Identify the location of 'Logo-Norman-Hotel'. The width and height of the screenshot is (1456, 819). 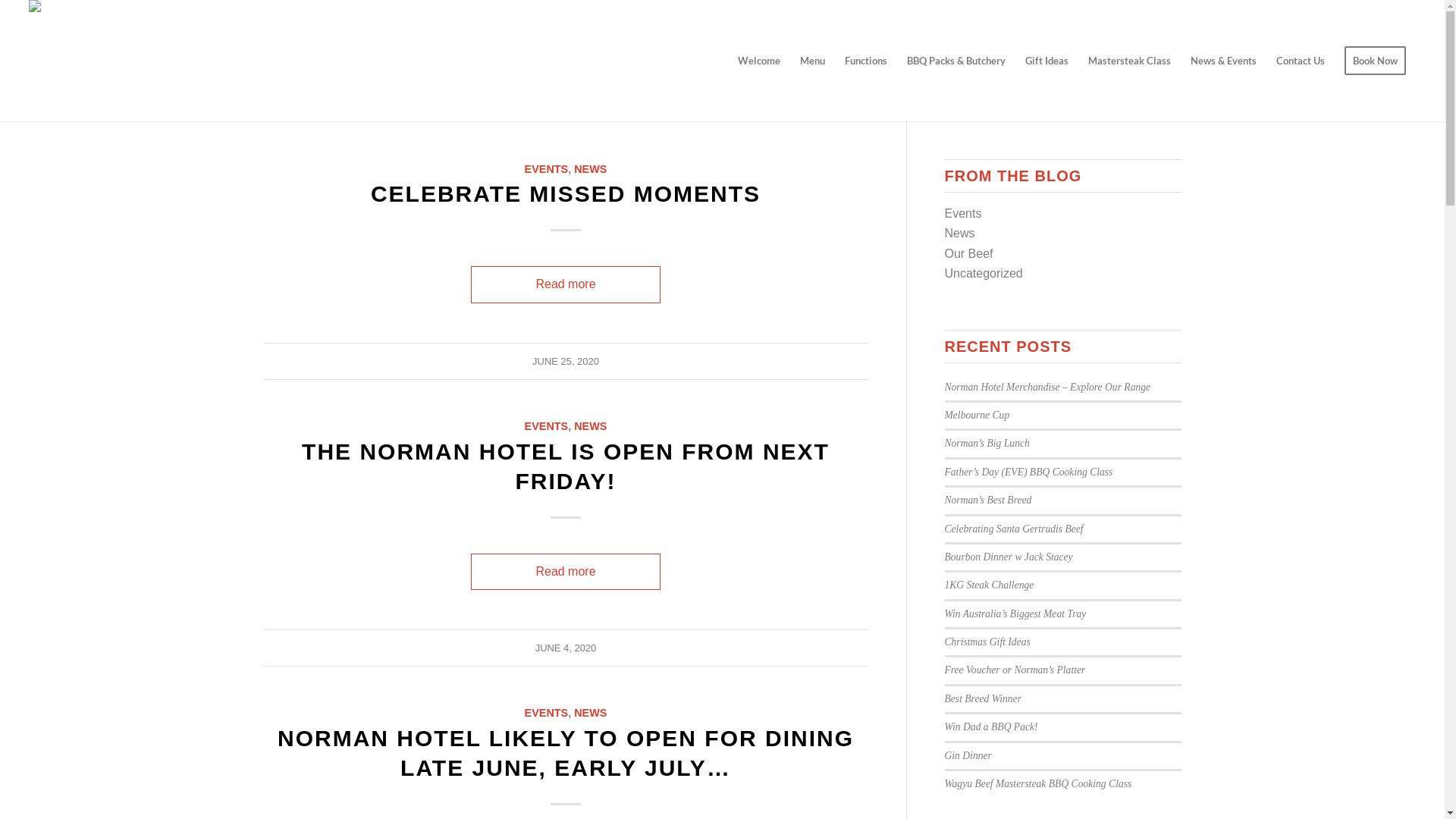
(83, 60).